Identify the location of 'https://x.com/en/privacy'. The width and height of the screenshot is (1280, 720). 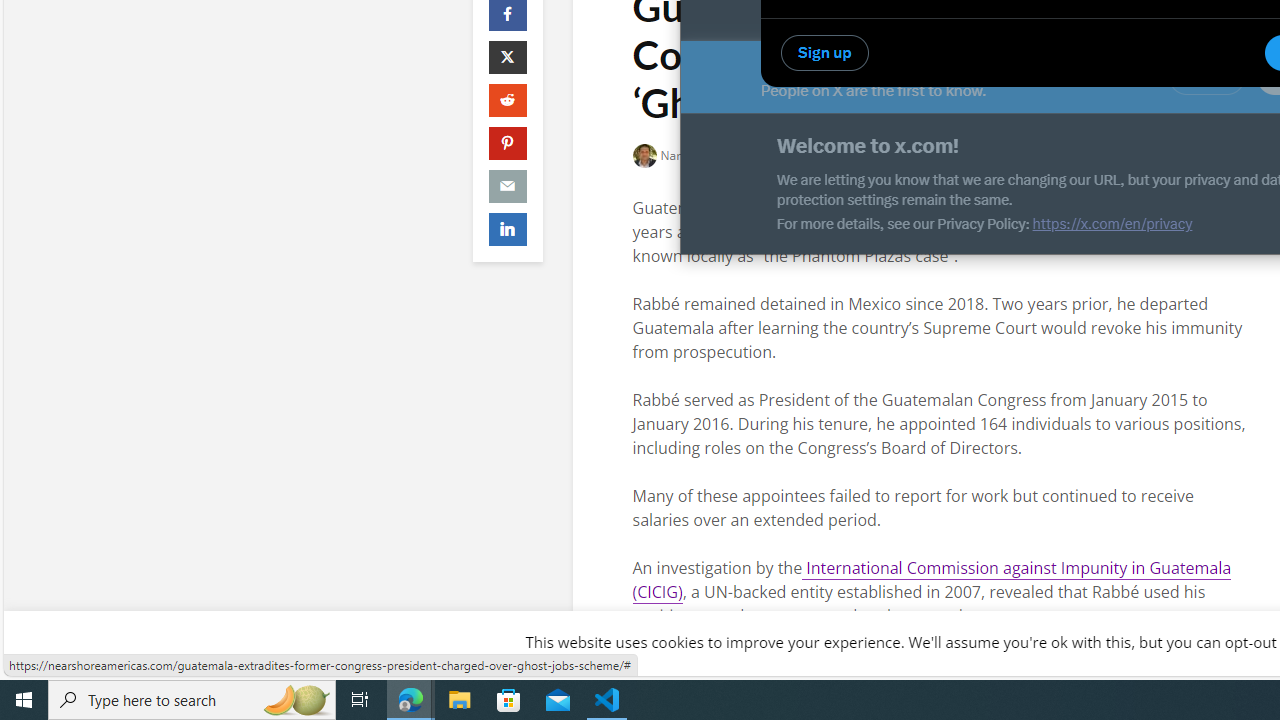
(1111, 223).